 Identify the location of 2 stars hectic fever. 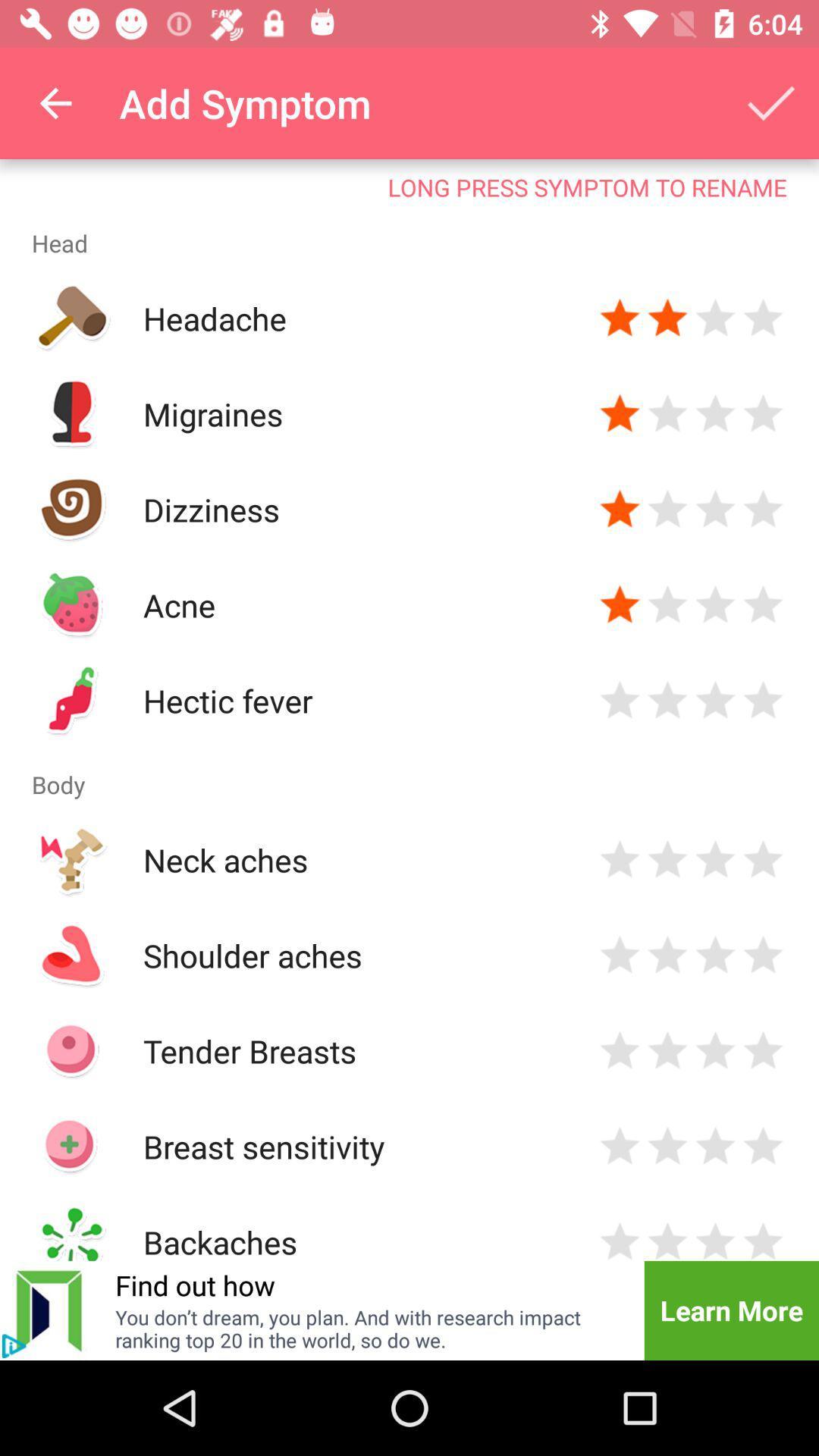
(667, 700).